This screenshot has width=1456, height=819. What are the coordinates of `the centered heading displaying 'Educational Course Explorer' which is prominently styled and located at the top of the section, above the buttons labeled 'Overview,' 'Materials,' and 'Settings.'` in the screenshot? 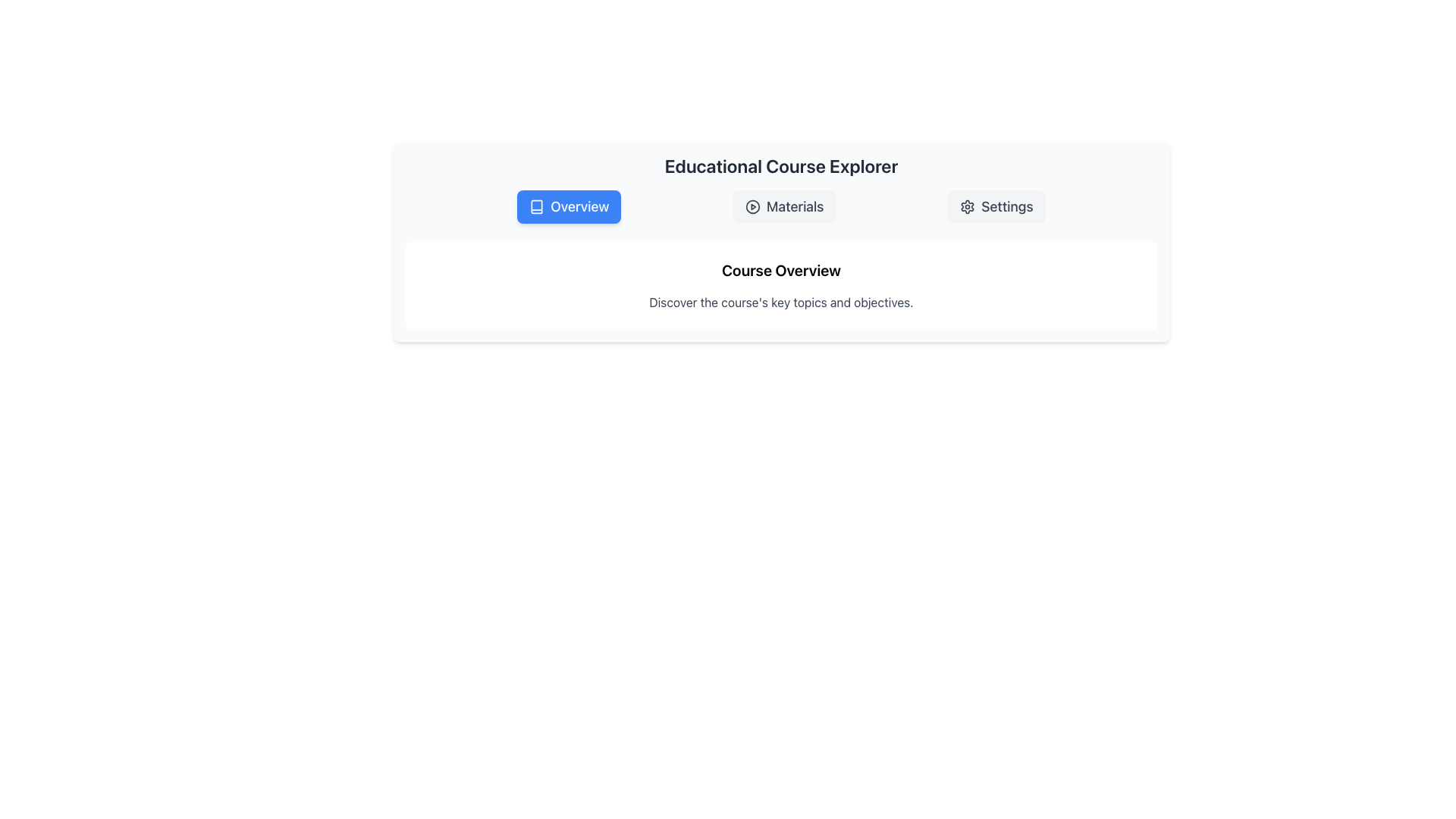 It's located at (781, 166).